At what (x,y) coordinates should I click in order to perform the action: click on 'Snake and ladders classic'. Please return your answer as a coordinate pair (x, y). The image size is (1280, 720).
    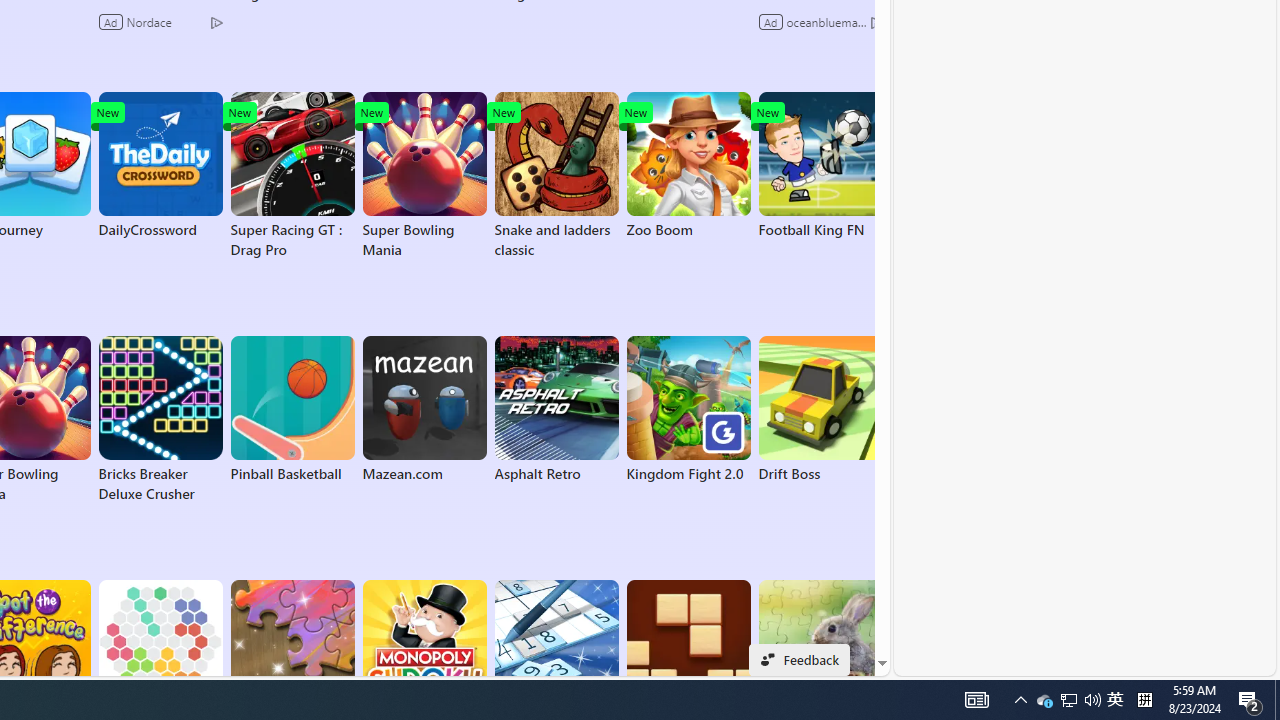
    Looking at the image, I should click on (556, 175).